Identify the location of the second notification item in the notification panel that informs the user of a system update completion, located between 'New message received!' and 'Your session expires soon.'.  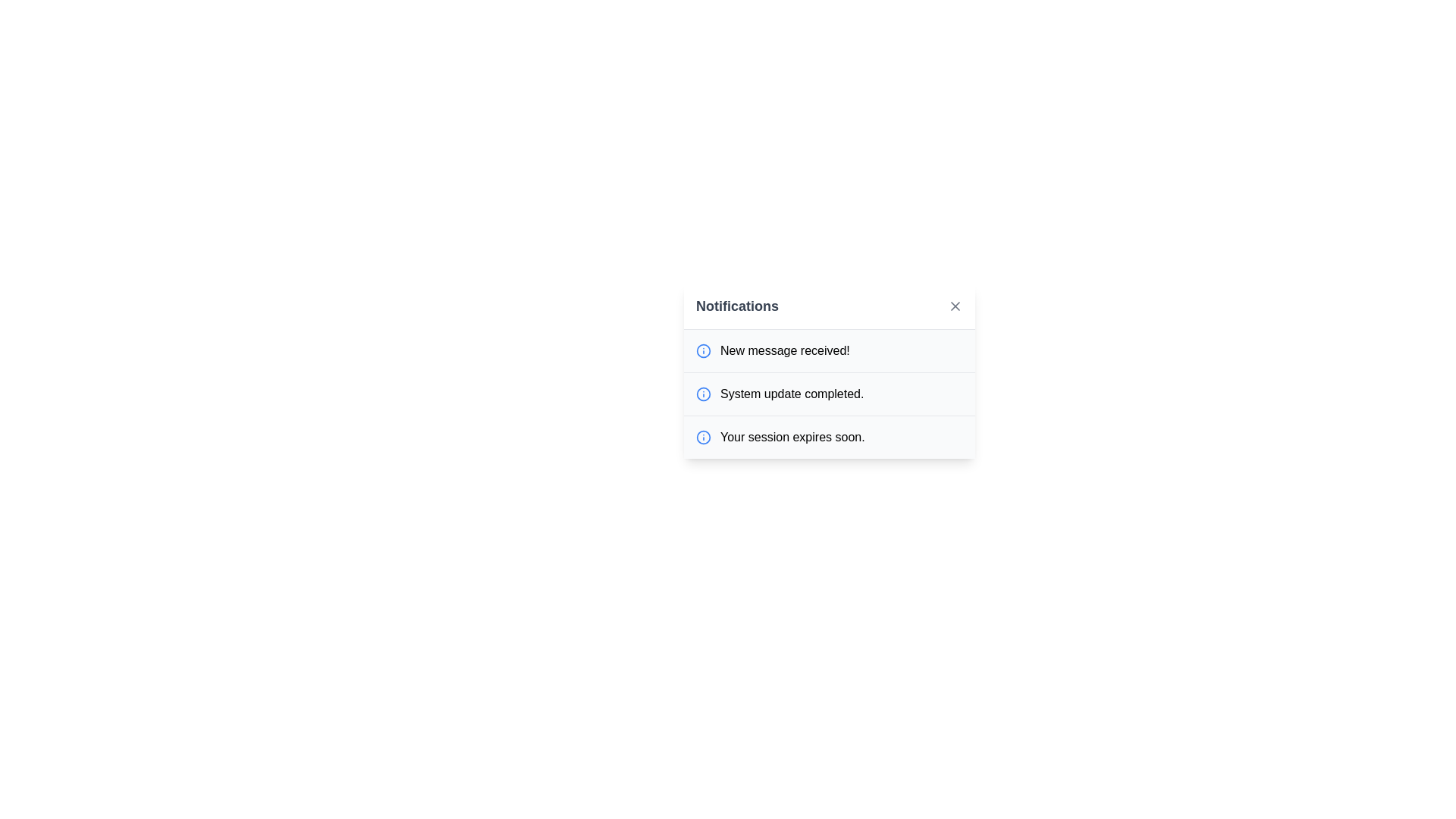
(780, 394).